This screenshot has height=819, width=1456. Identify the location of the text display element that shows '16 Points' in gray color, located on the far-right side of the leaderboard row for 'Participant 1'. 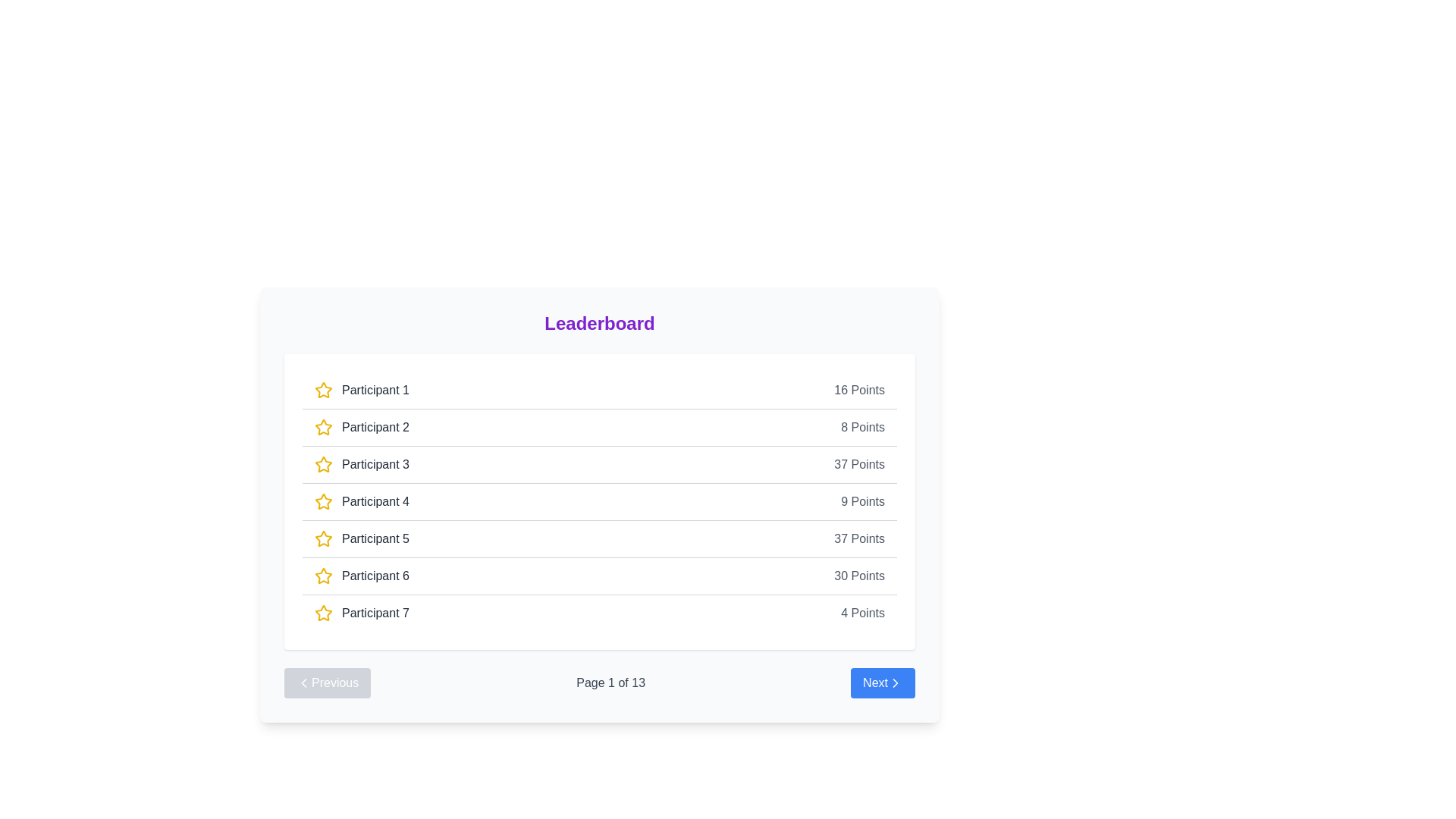
(859, 390).